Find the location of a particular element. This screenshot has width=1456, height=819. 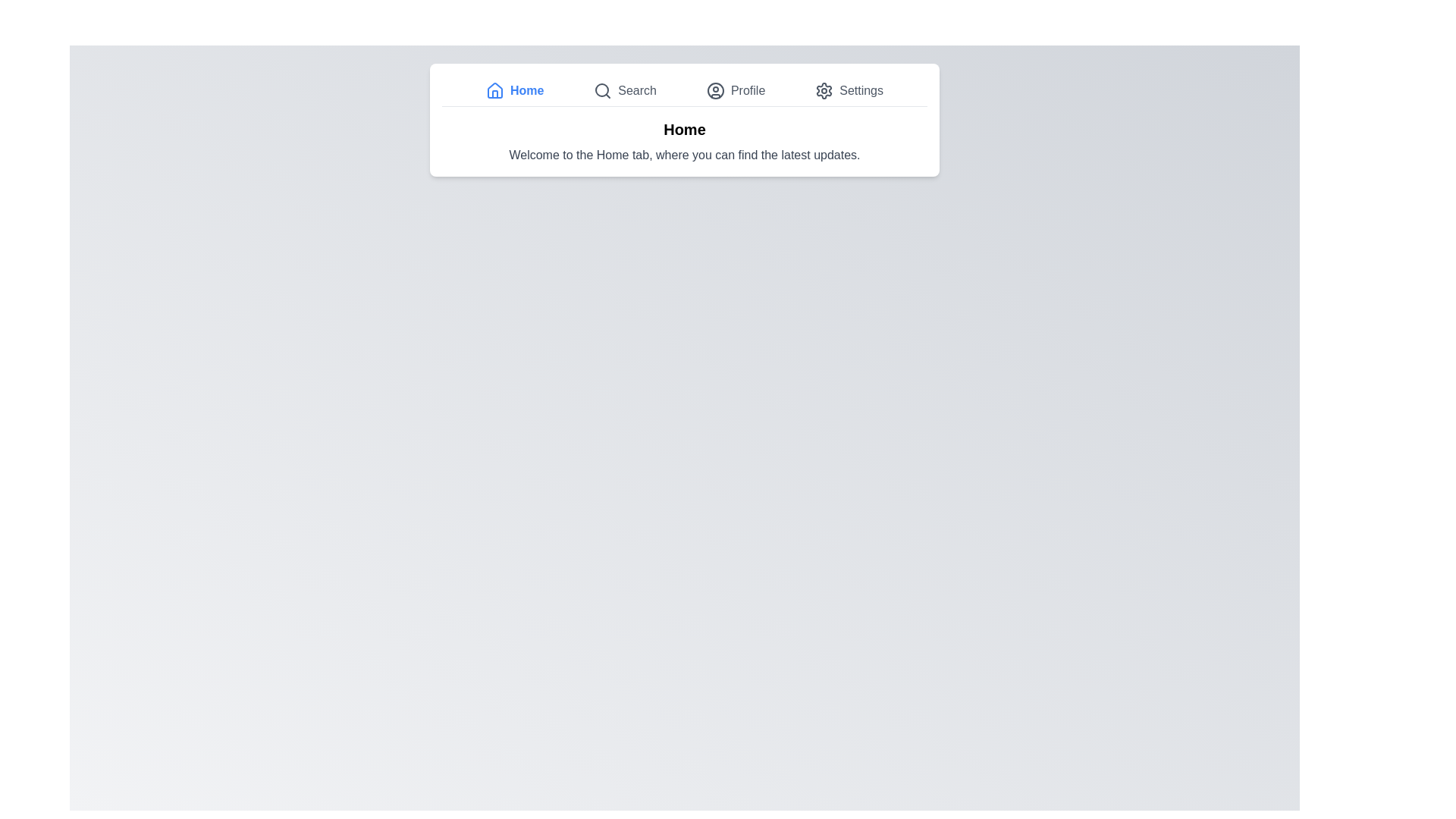

the navigation button that directs the user to the home page, located to the left of 'Search' and above the main content area is located at coordinates (515, 90).